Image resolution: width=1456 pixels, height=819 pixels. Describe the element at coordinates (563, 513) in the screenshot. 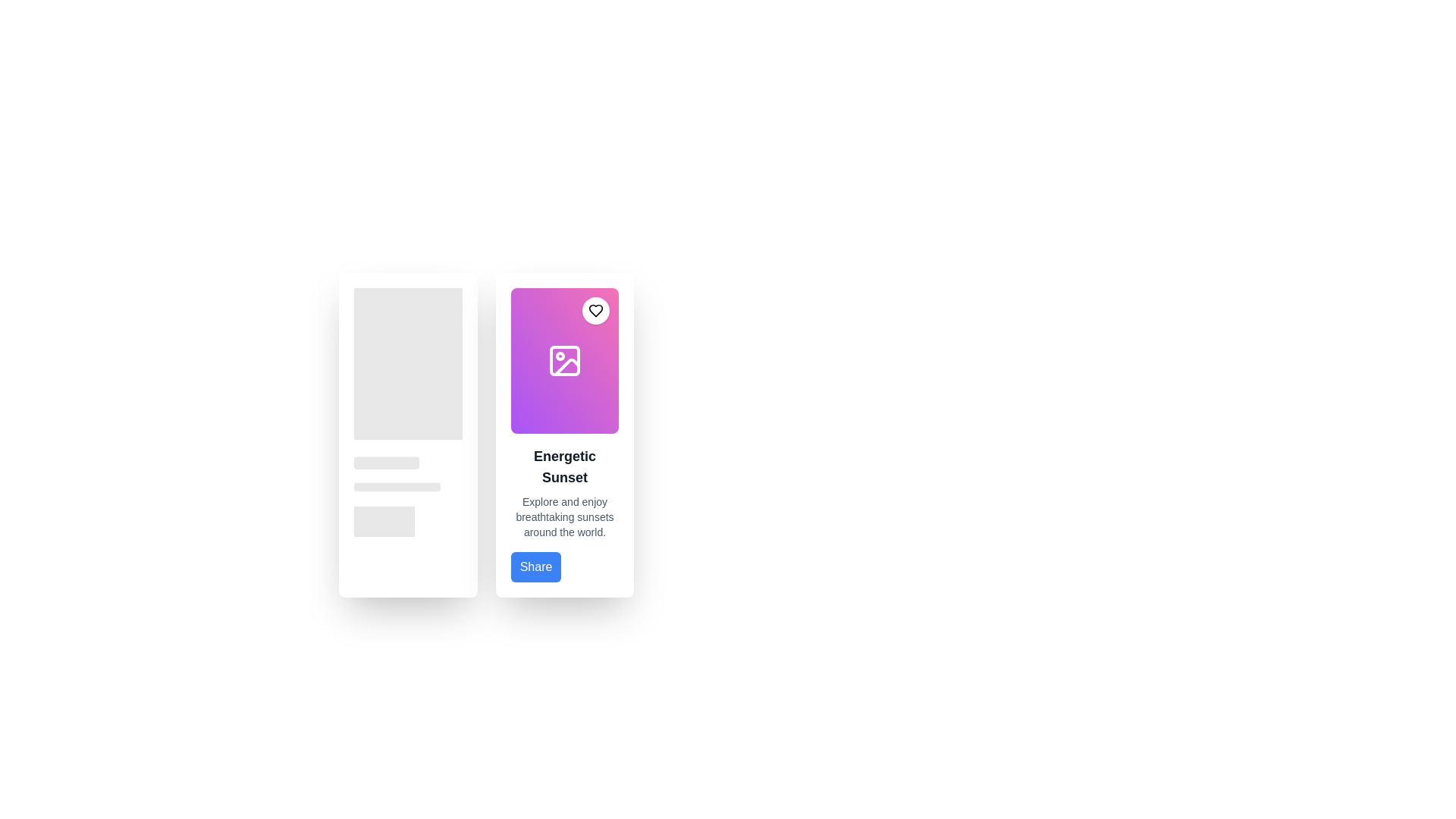

I see `description for the 'Energetic Sunset' element, which includes a title, a descriptive text, and a 'Share' button` at that location.